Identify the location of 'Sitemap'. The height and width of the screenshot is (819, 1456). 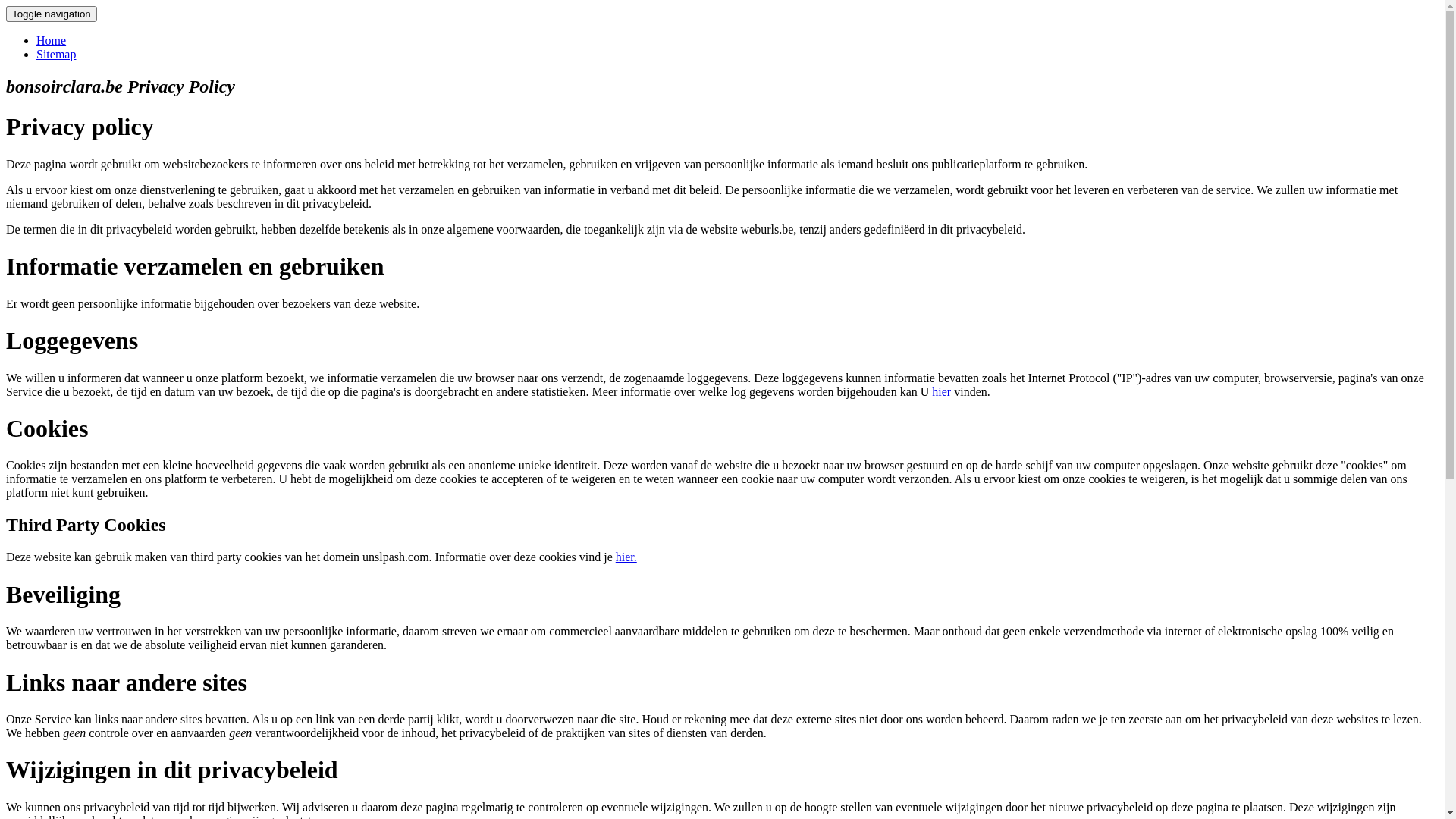
(55, 53).